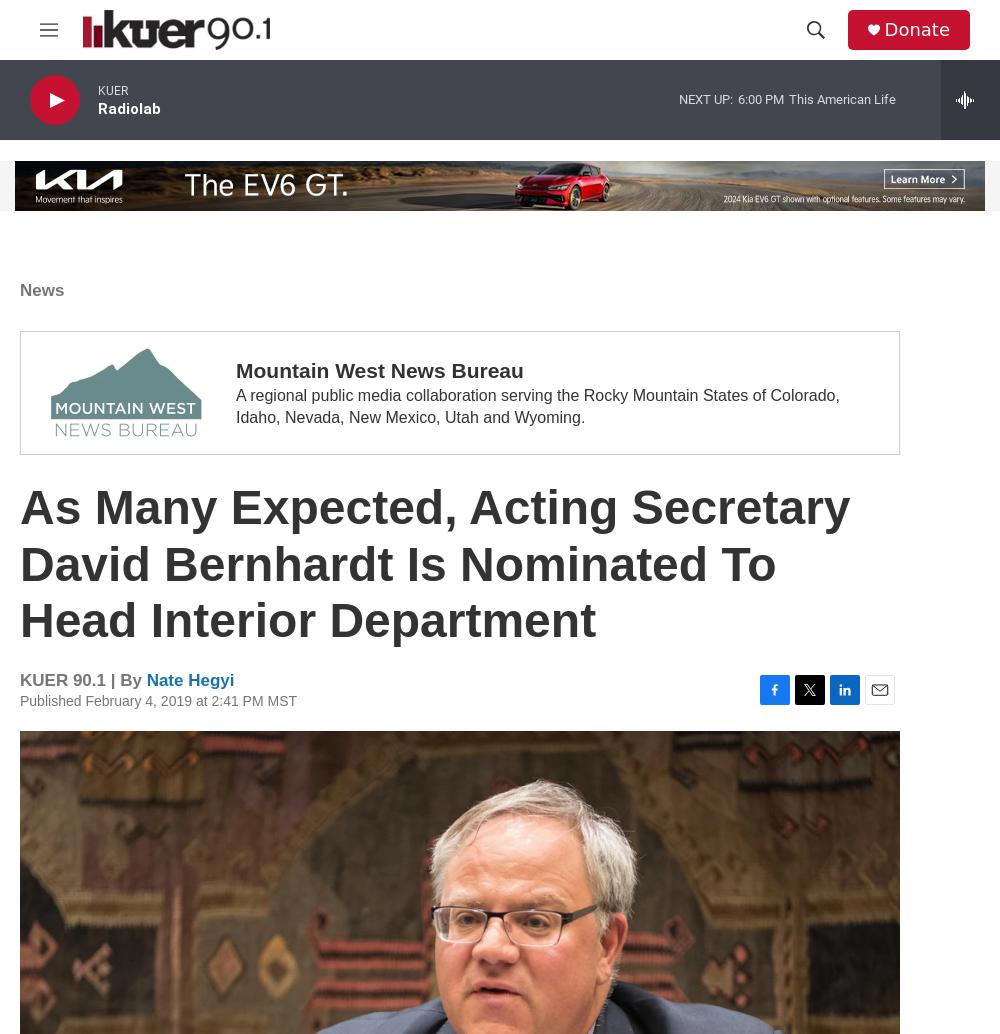 The height and width of the screenshot is (1034, 1000). Describe the element at coordinates (435, 564) in the screenshot. I see `'As Many Expected, Acting Secretary David Bernhardt Is Nominated To Head Interior Department'` at that location.